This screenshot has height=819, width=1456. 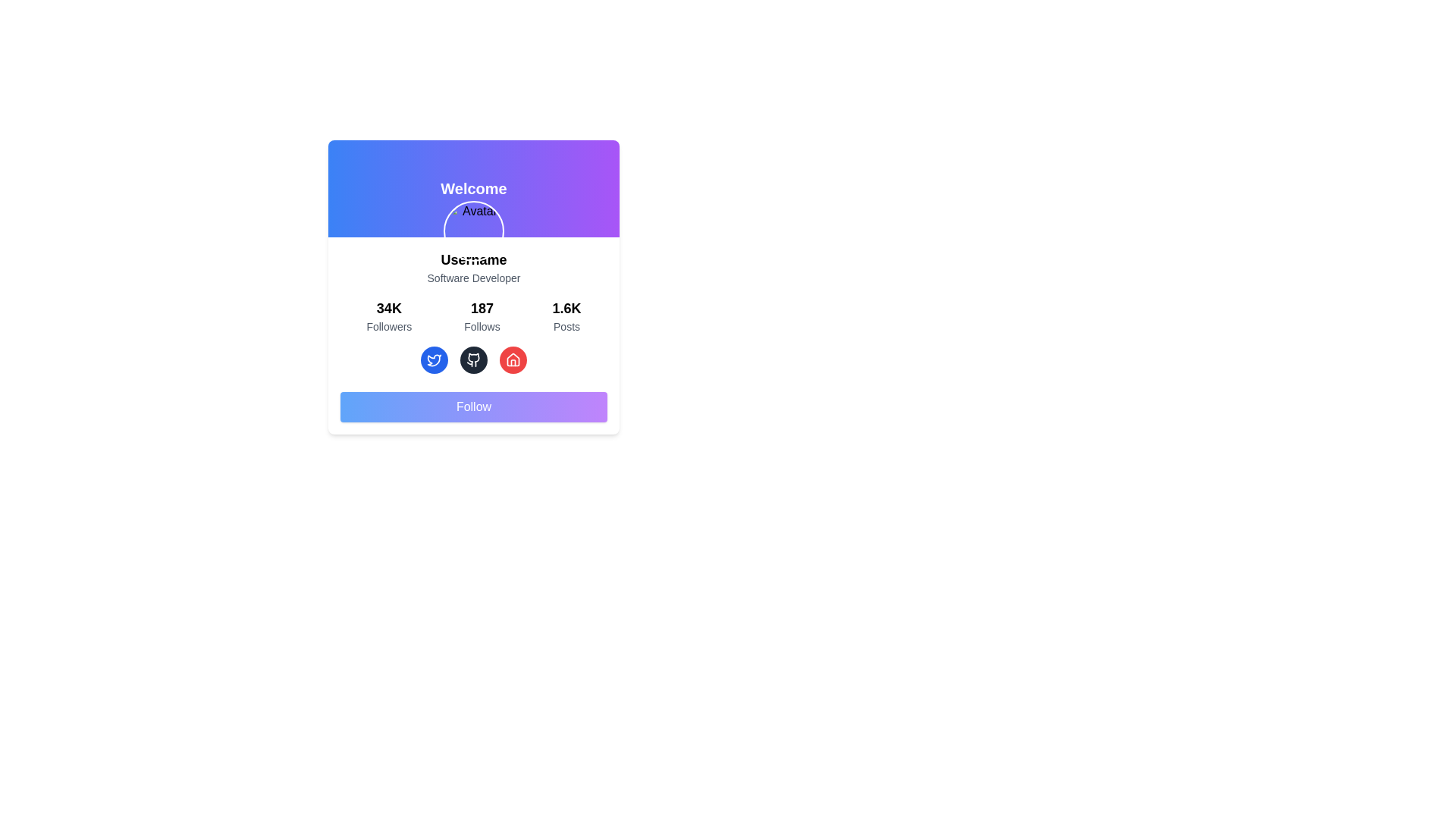 I want to click on the circular avatar image with a white border located in the card's gradient header section, directly below the 'Welcome' text, so click(x=472, y=231).